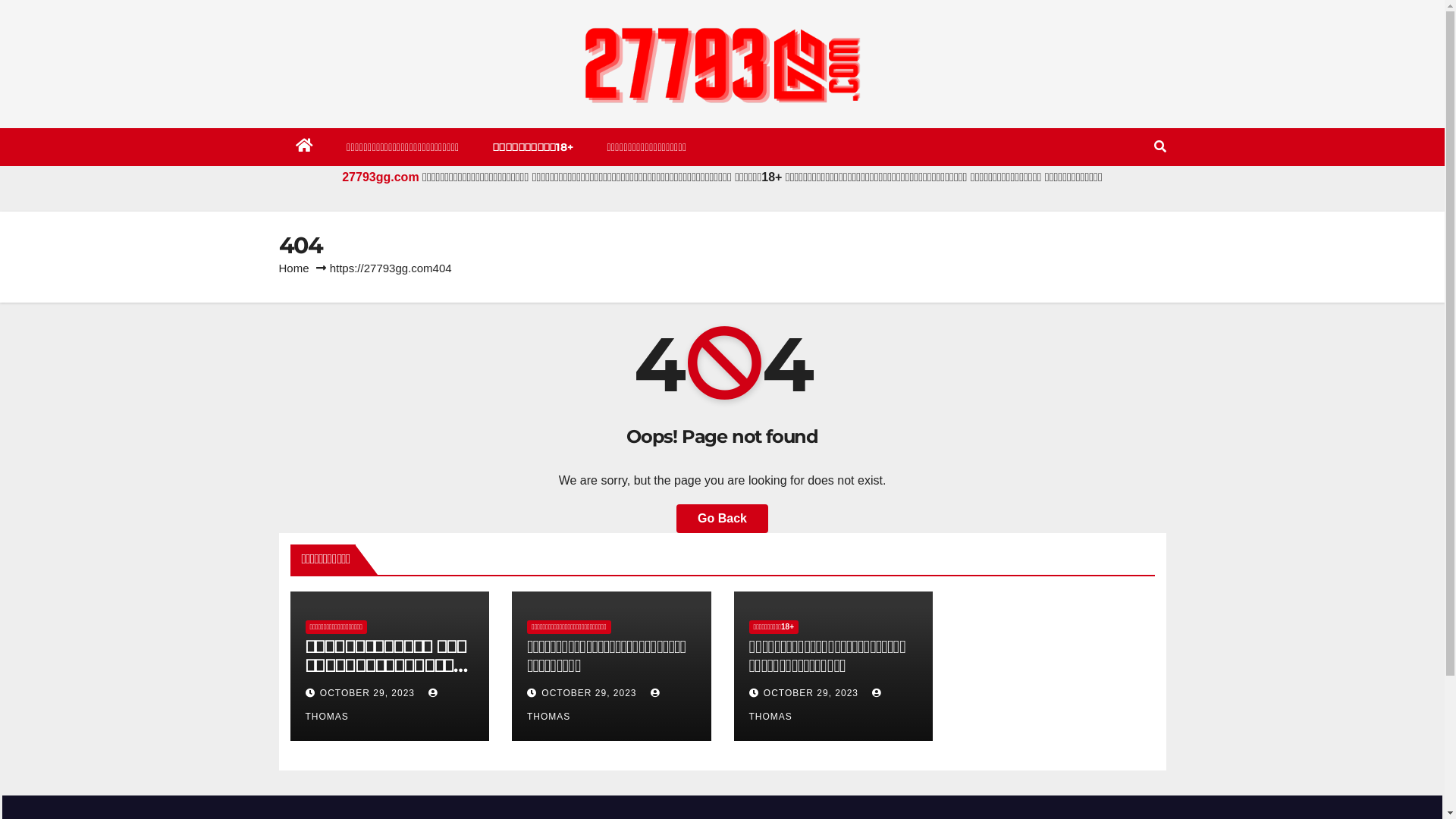  What do you see at coordinates (595, 704) in the screenshot?
I see `'THOMAS'` at bounding box center [595, 704].